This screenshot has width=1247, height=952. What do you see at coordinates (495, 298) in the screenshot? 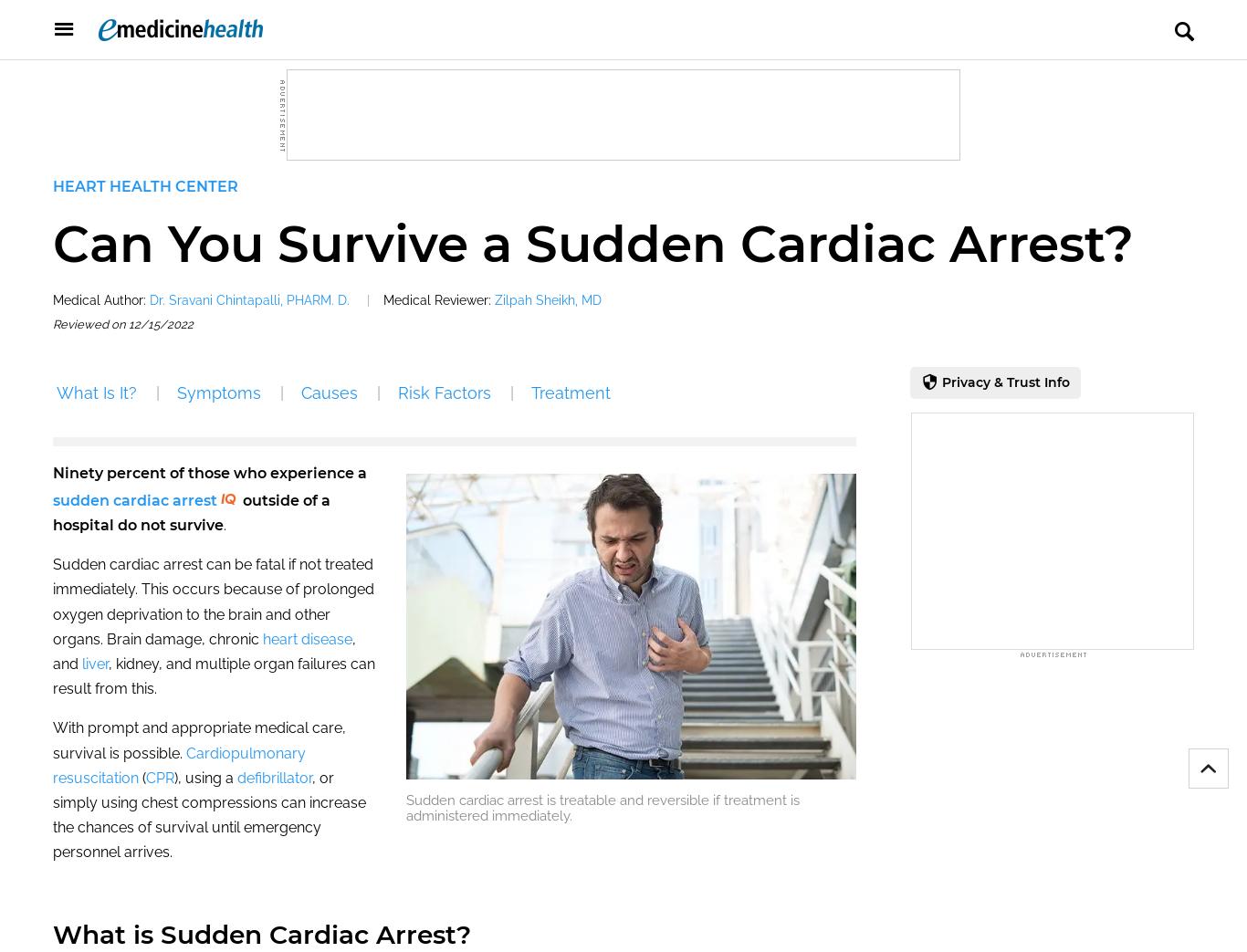
I see `'Zilpah Sheikh, MD'` at bounding box center [495, 298].